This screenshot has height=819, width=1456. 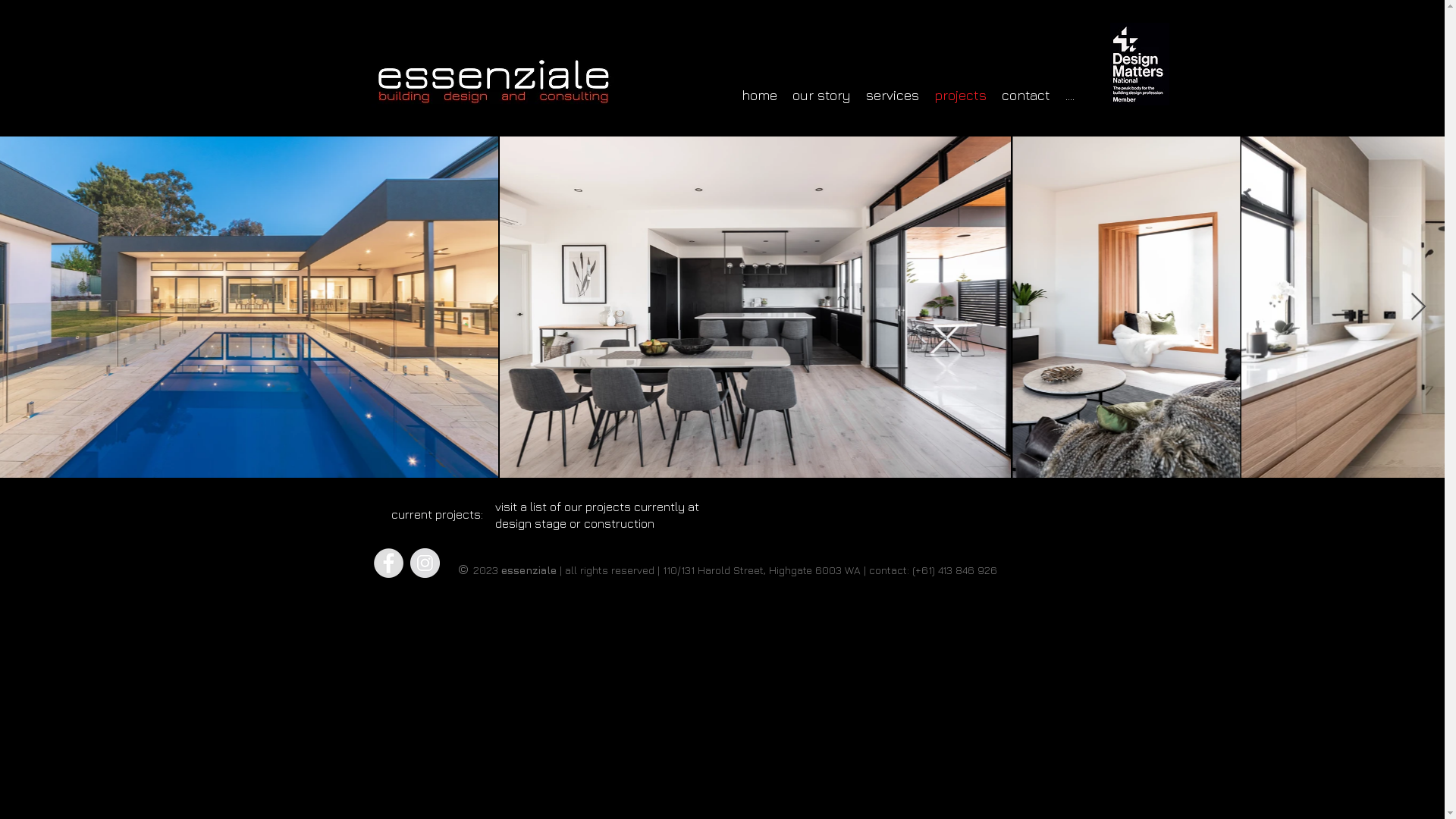 What do you see at coordinates (371, 81) in the screenshot?
I see `'essenziale architecture design consulting perth'` at bounding box center [371, 81].